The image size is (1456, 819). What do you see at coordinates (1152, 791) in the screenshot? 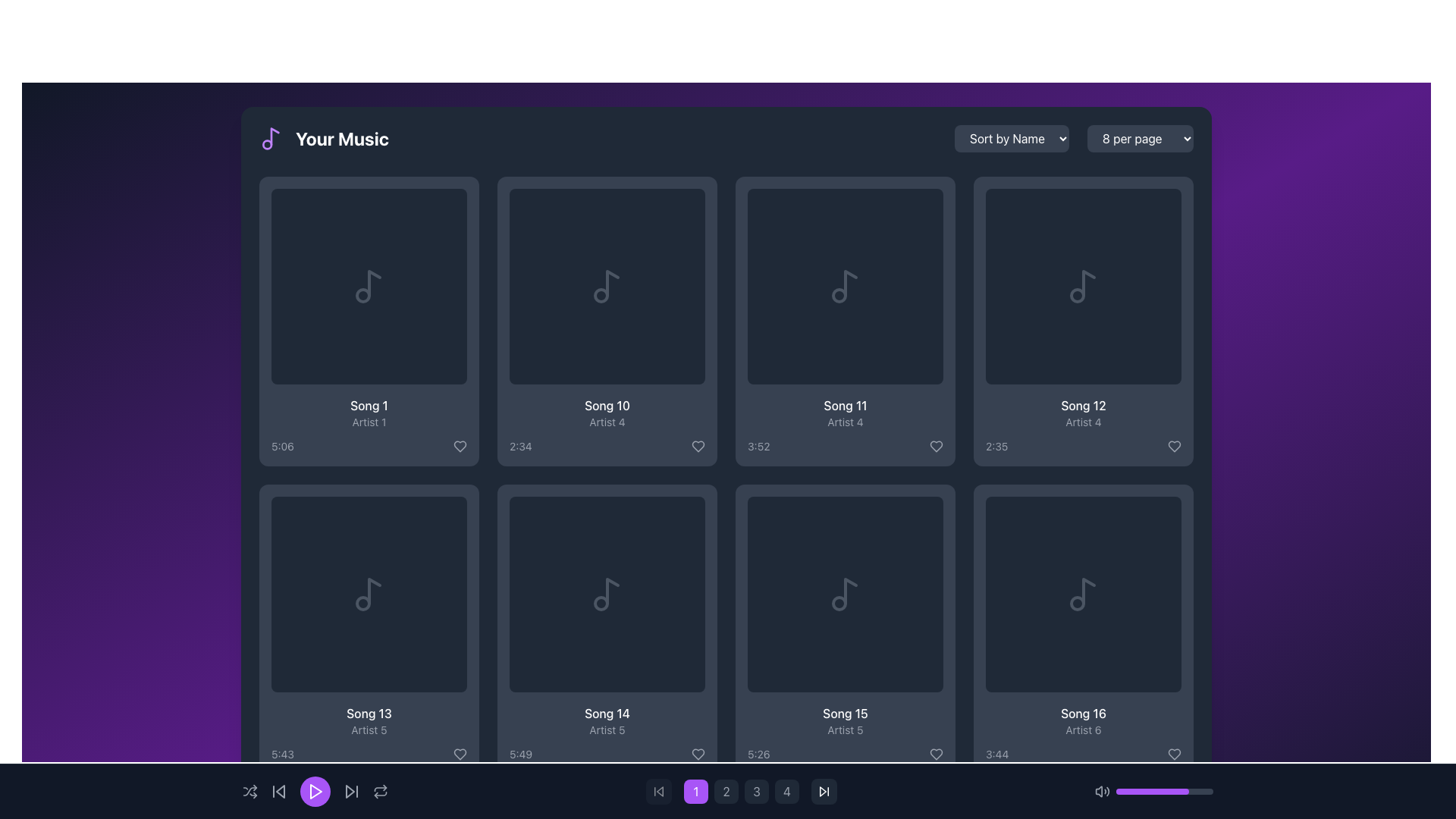
I see `the volume` at bounding box center [1152, 791].